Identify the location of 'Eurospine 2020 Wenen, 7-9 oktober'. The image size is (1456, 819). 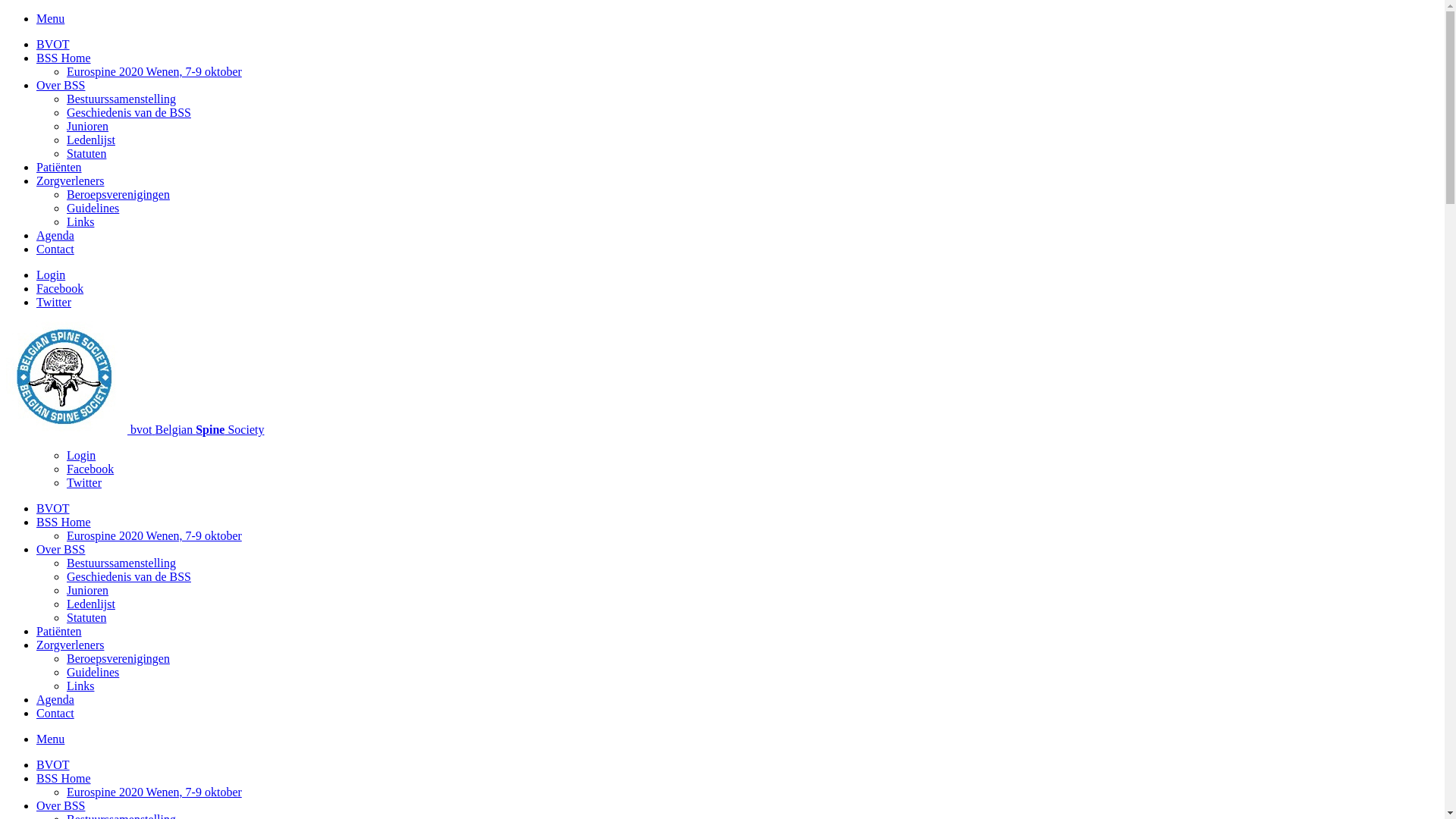
(154, 791).